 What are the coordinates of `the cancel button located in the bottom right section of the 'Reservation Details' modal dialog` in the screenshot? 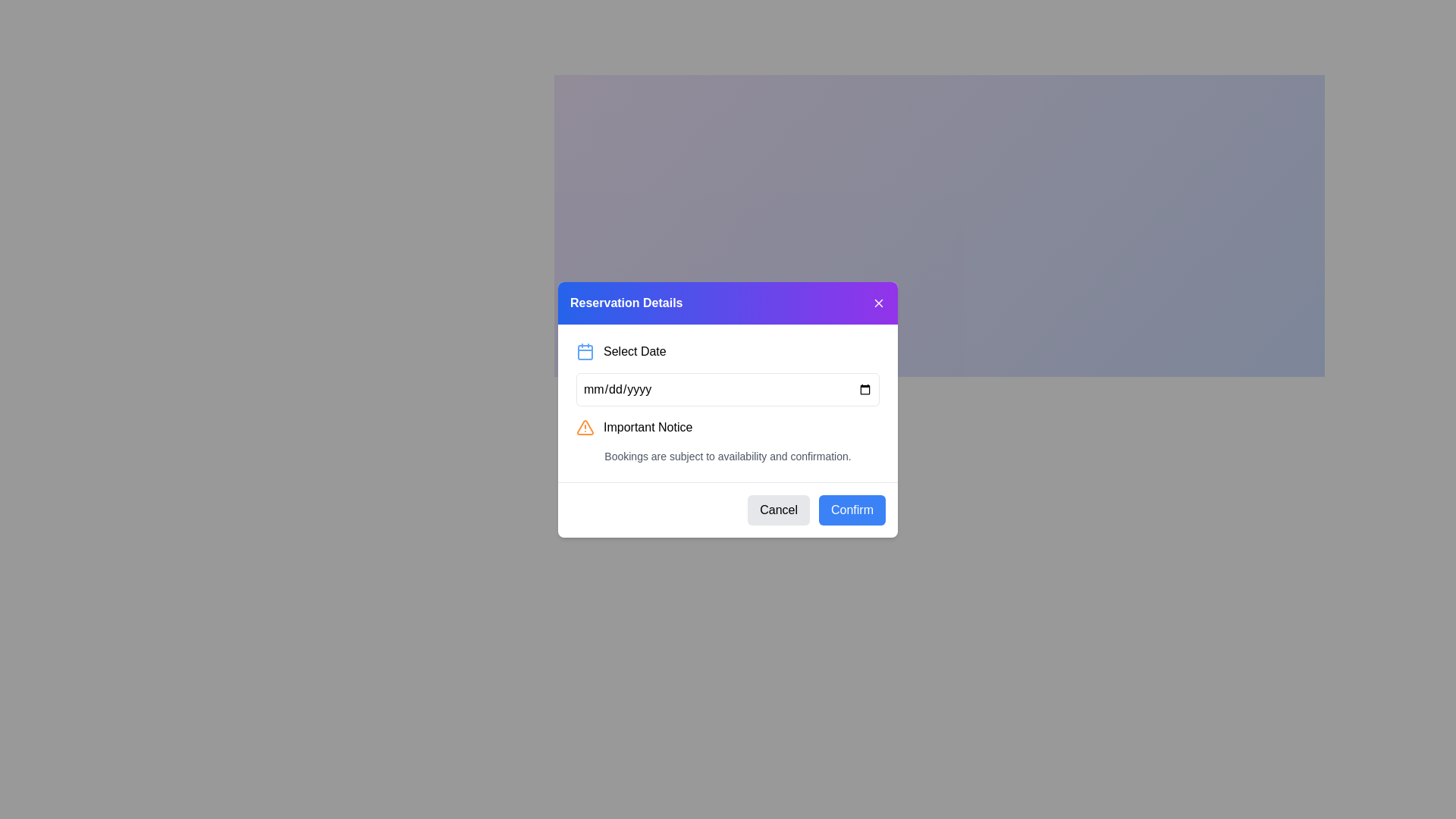 It's located at (779, 510).